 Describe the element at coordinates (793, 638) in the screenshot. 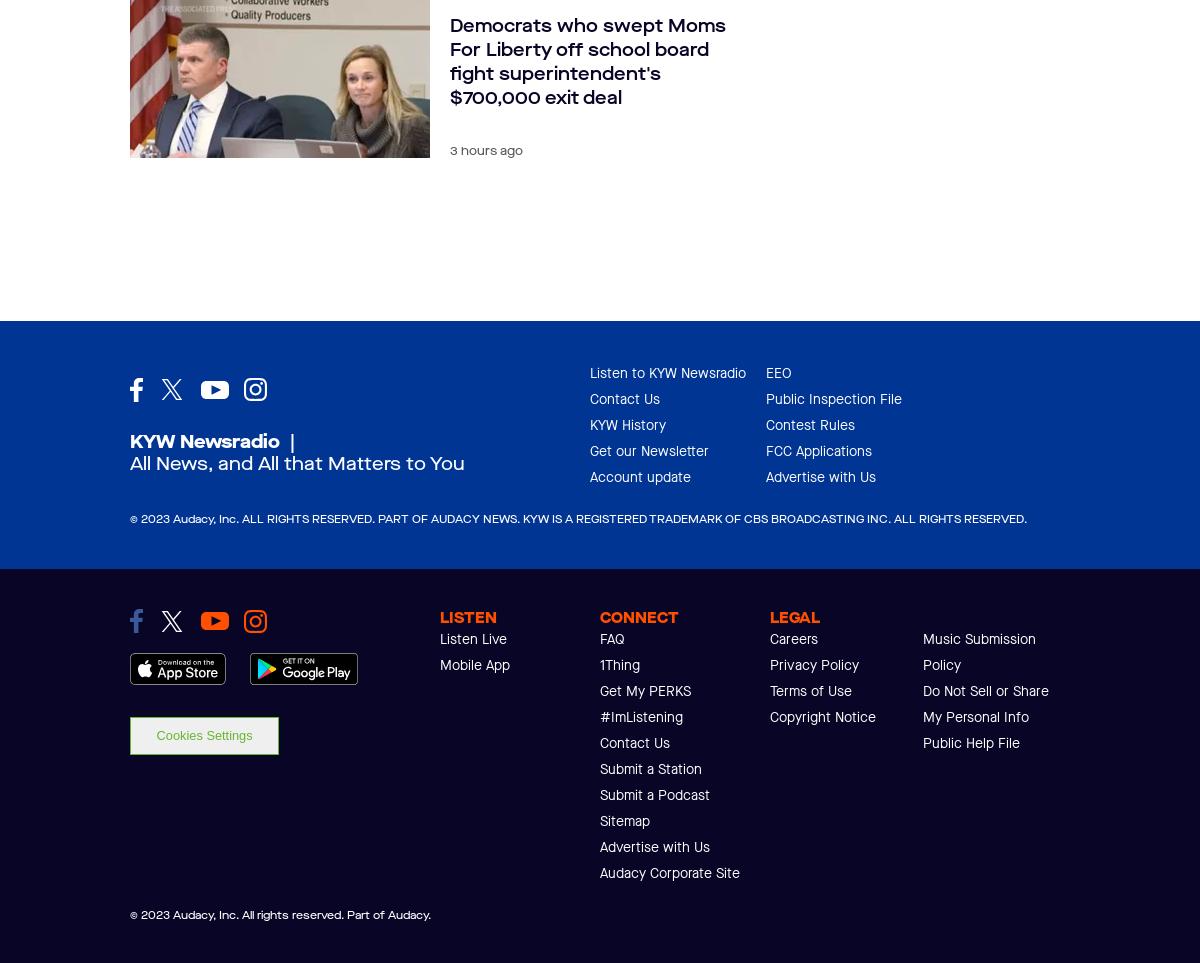

I see `'Careers'` at that location.